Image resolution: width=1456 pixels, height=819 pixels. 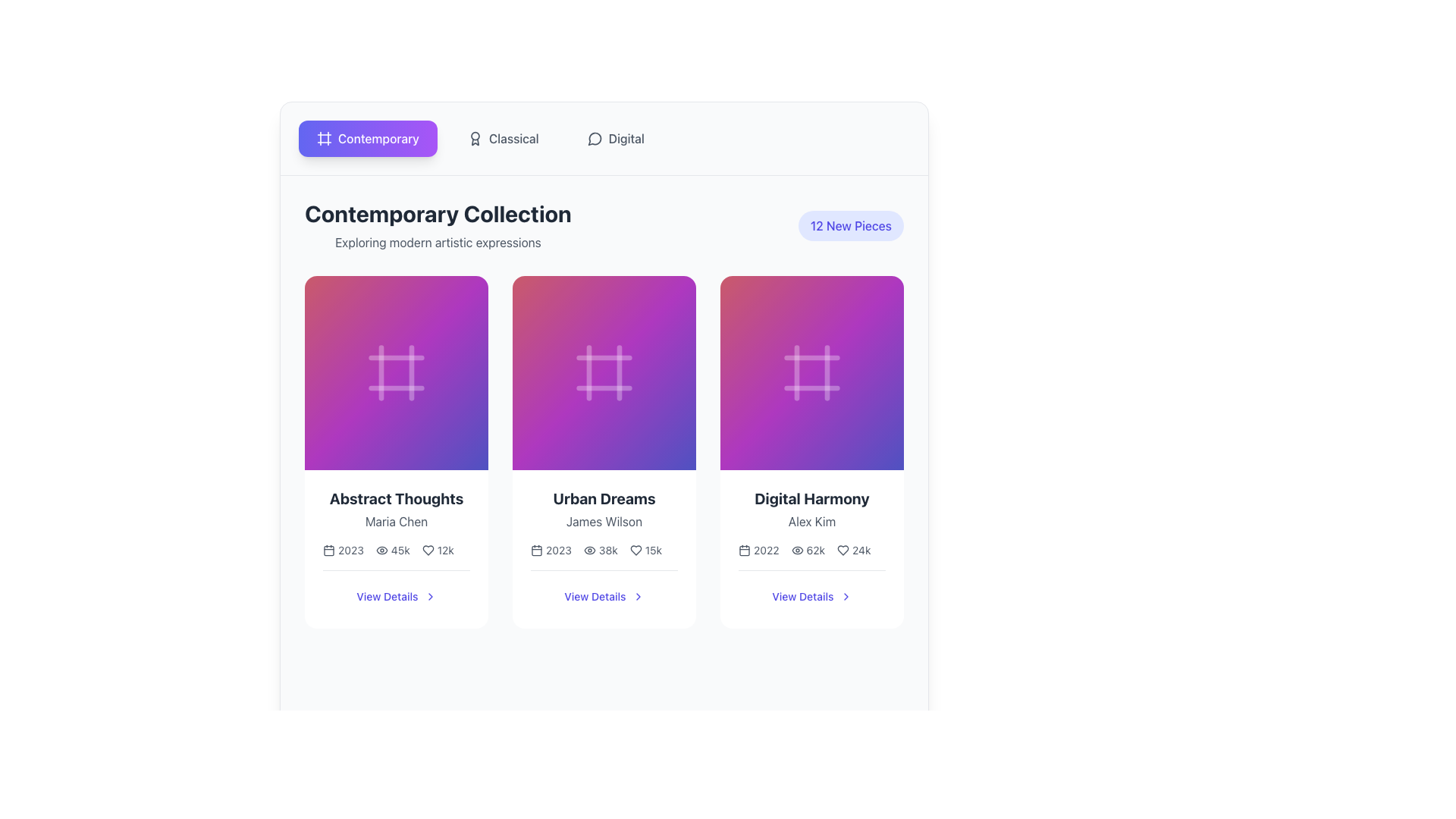 What do you see at coordinates (537, 550) in the screenshot?
I see `the calendar icon located next to the year '2023' in the metadata for the artwork titled 'Urban Dreams'` at bounding box center [537, 550].